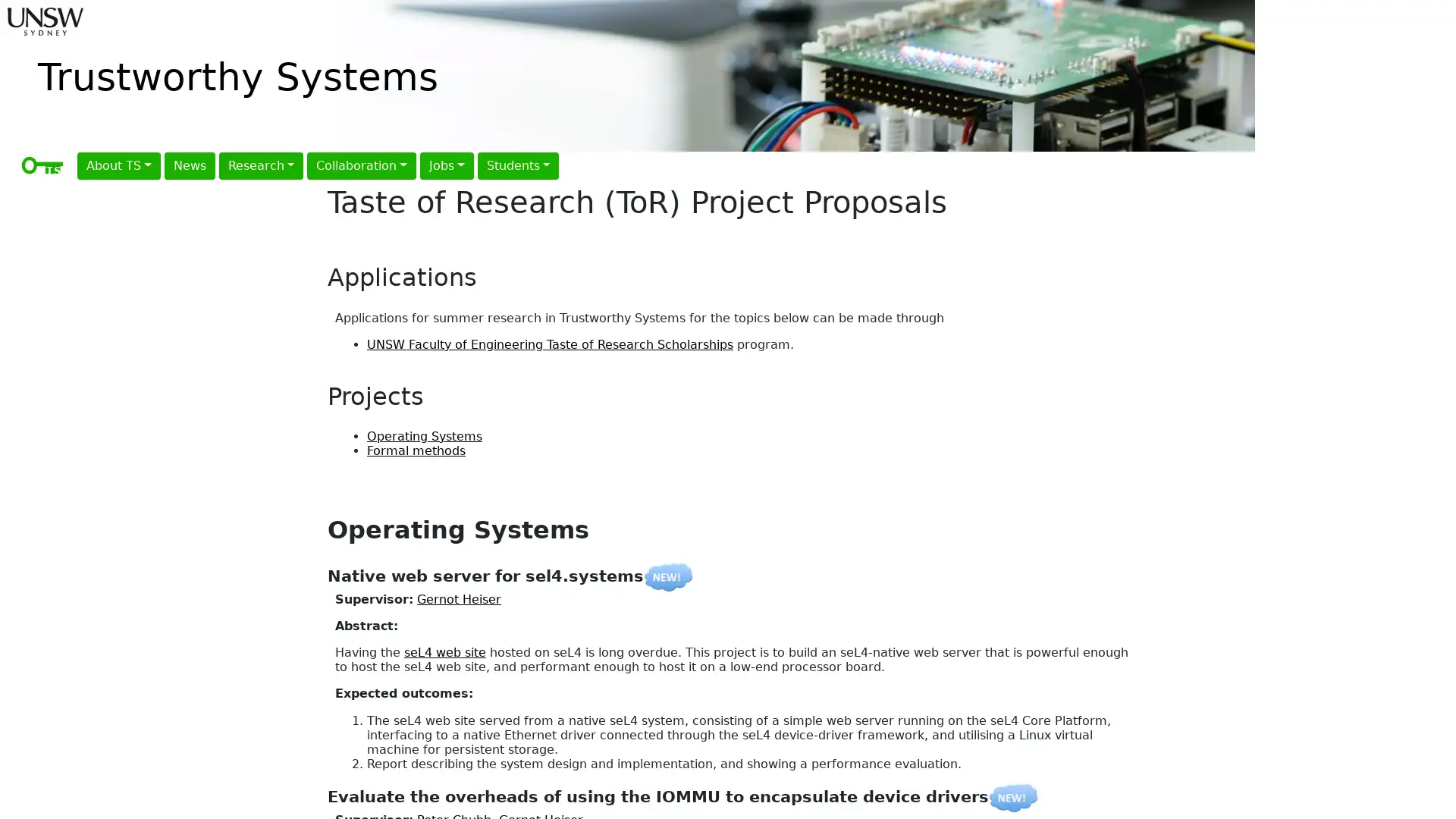  Describe the element at coordinates (446, 165) in the screenshot. I see `Jobs` at that location.